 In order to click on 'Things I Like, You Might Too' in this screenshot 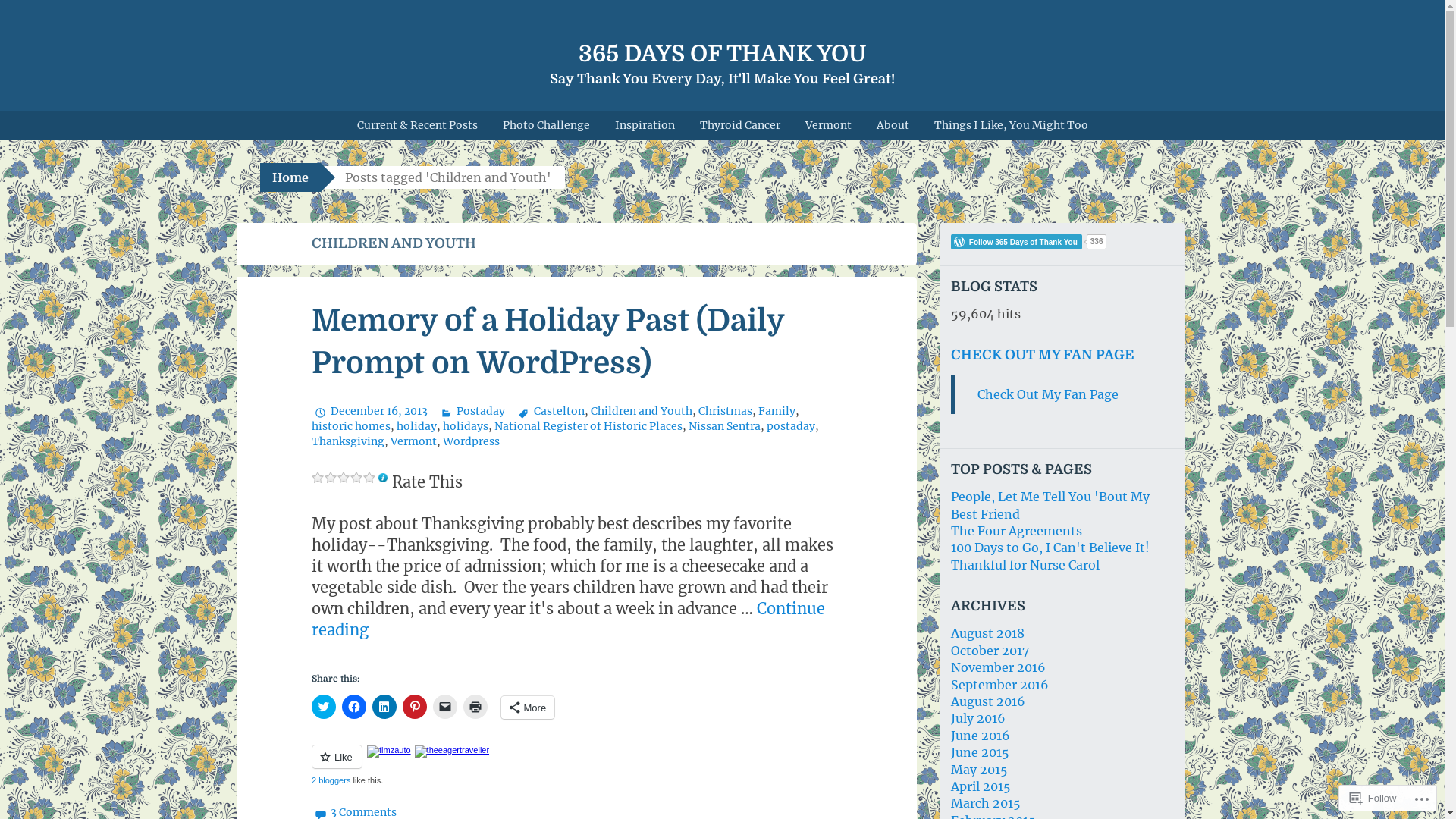, I will do `click(1010, 124)`.